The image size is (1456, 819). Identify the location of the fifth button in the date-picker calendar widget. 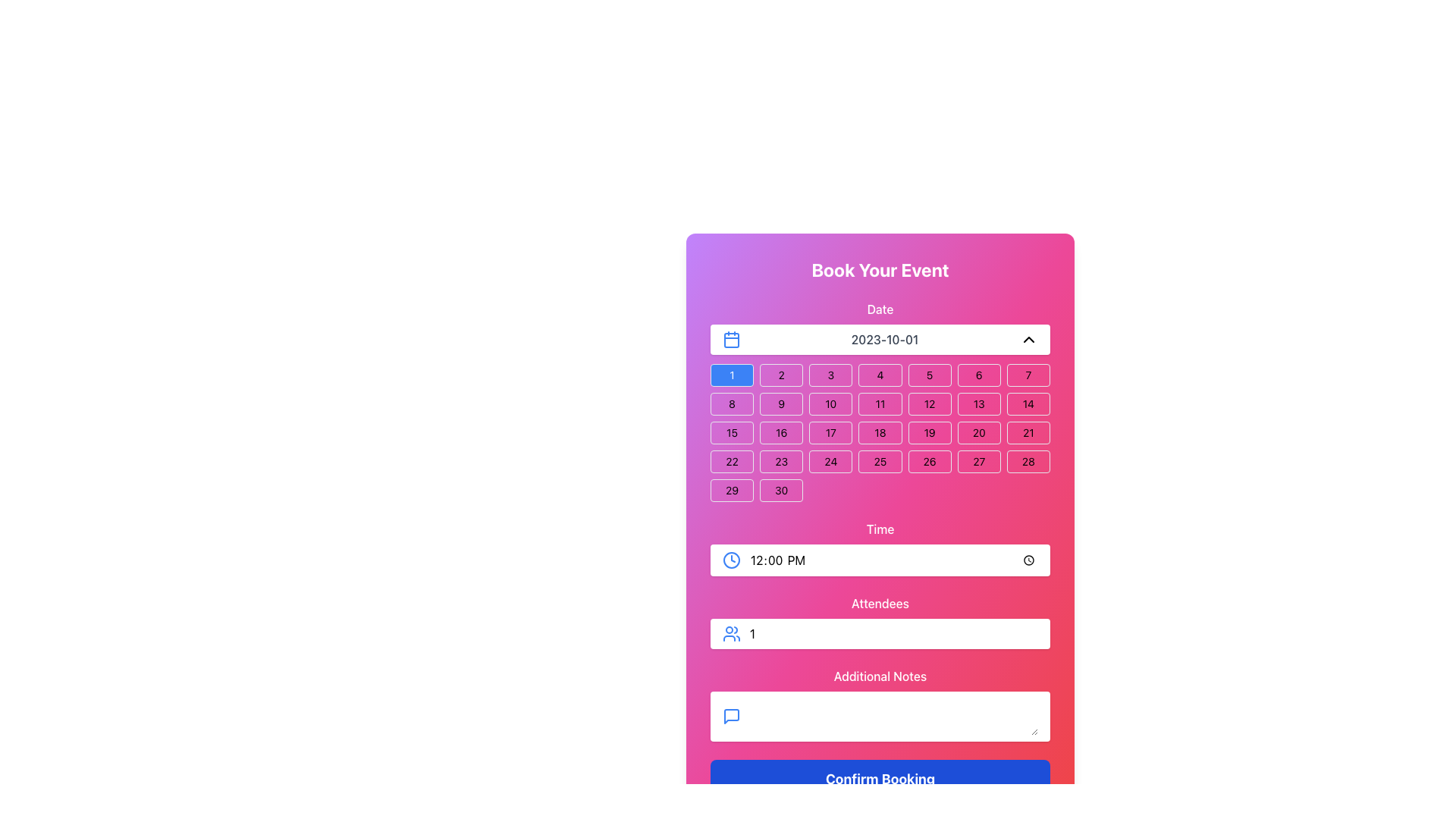
(929, 375).